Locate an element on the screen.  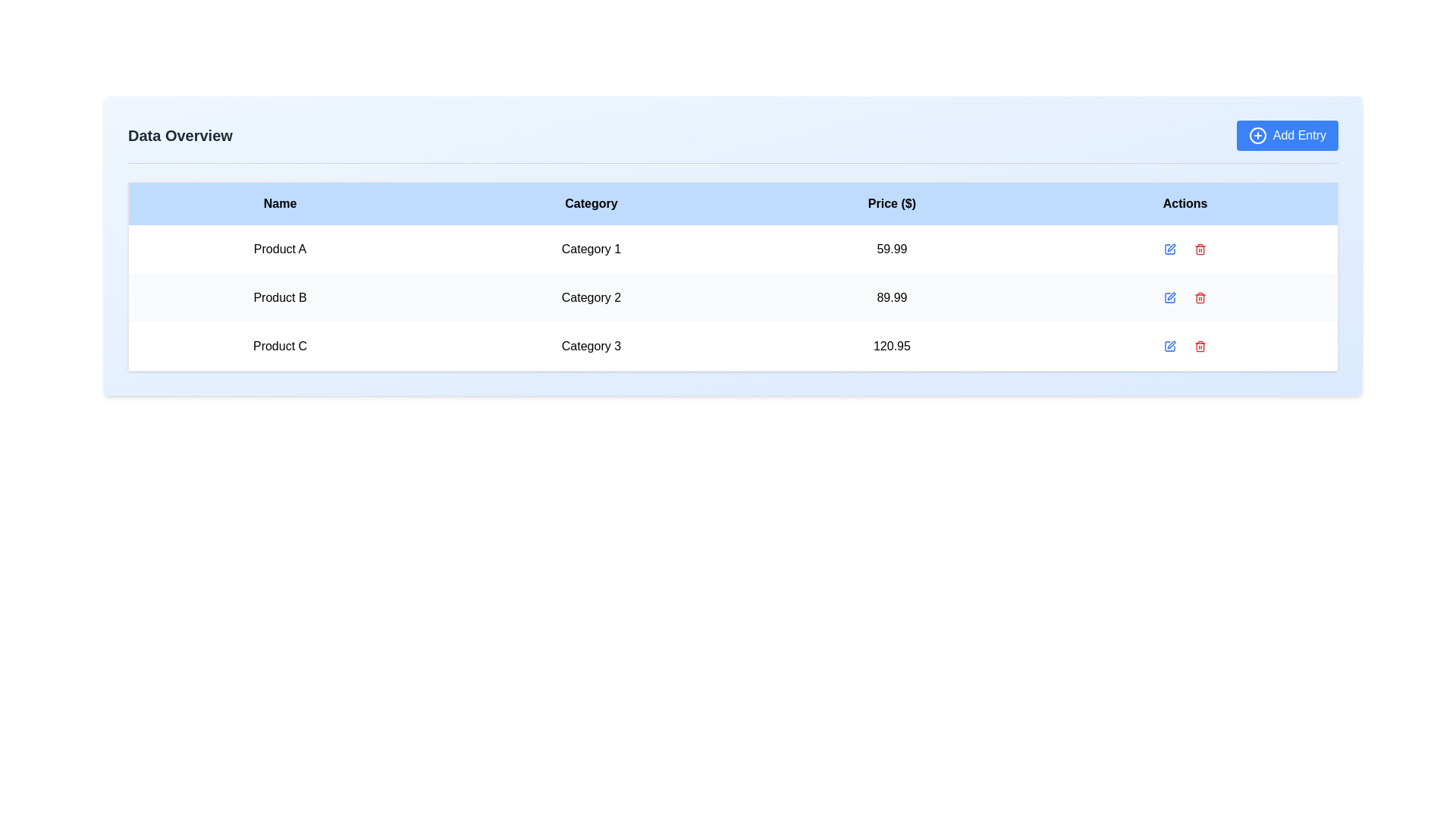
the button located at the top-right corner of the 'Data Overview' section is located at coordinates (1286, 134).